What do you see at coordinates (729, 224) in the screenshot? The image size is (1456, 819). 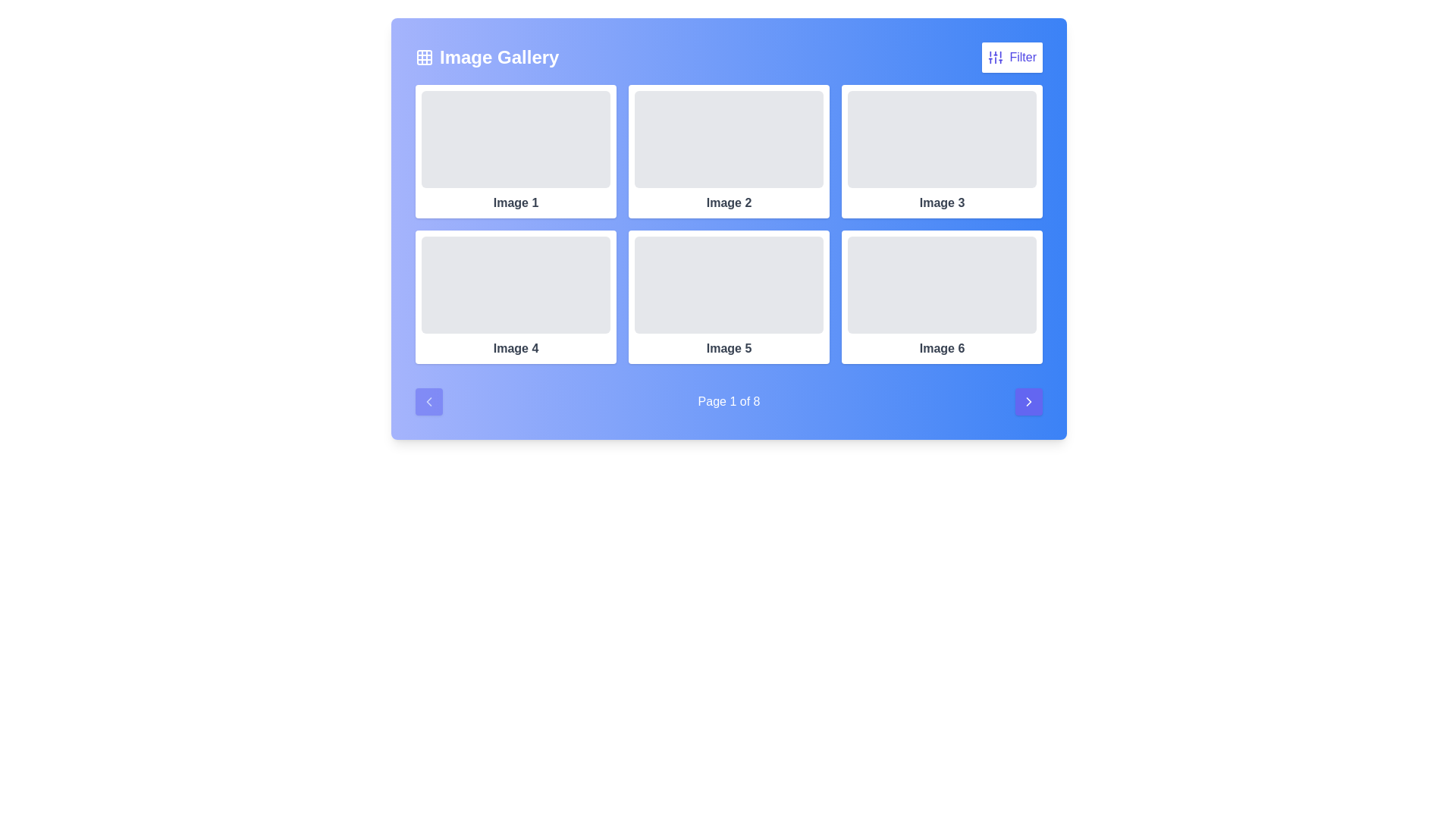 I see `an image within the grid layout located below the 'Image Gallery' title` at bounding box center [729, 224].